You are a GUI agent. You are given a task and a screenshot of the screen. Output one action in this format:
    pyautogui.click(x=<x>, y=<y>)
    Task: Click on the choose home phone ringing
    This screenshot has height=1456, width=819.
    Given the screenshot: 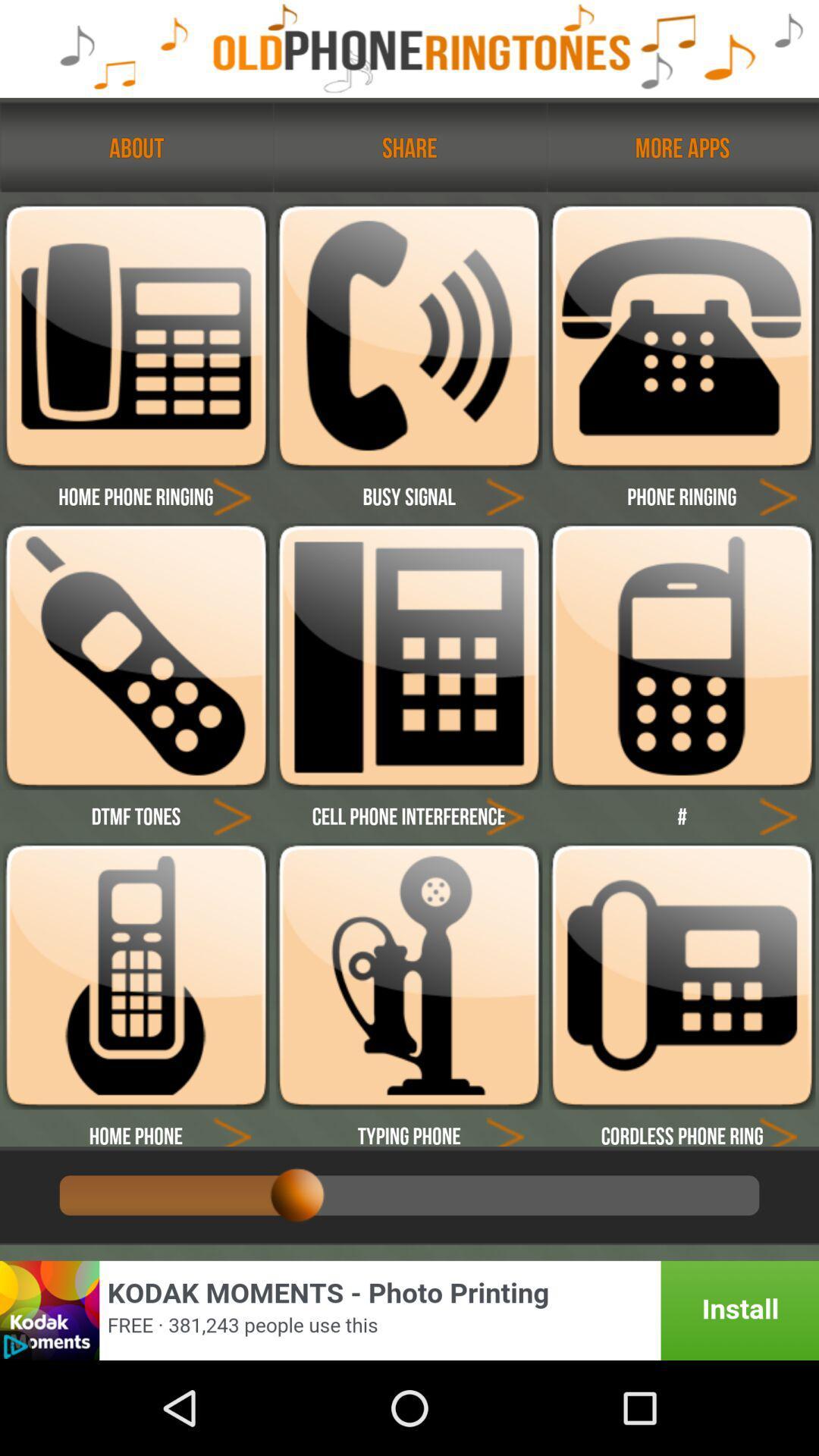 What is the action you would take?
    pyautogui.click(x=232, y=496)
    